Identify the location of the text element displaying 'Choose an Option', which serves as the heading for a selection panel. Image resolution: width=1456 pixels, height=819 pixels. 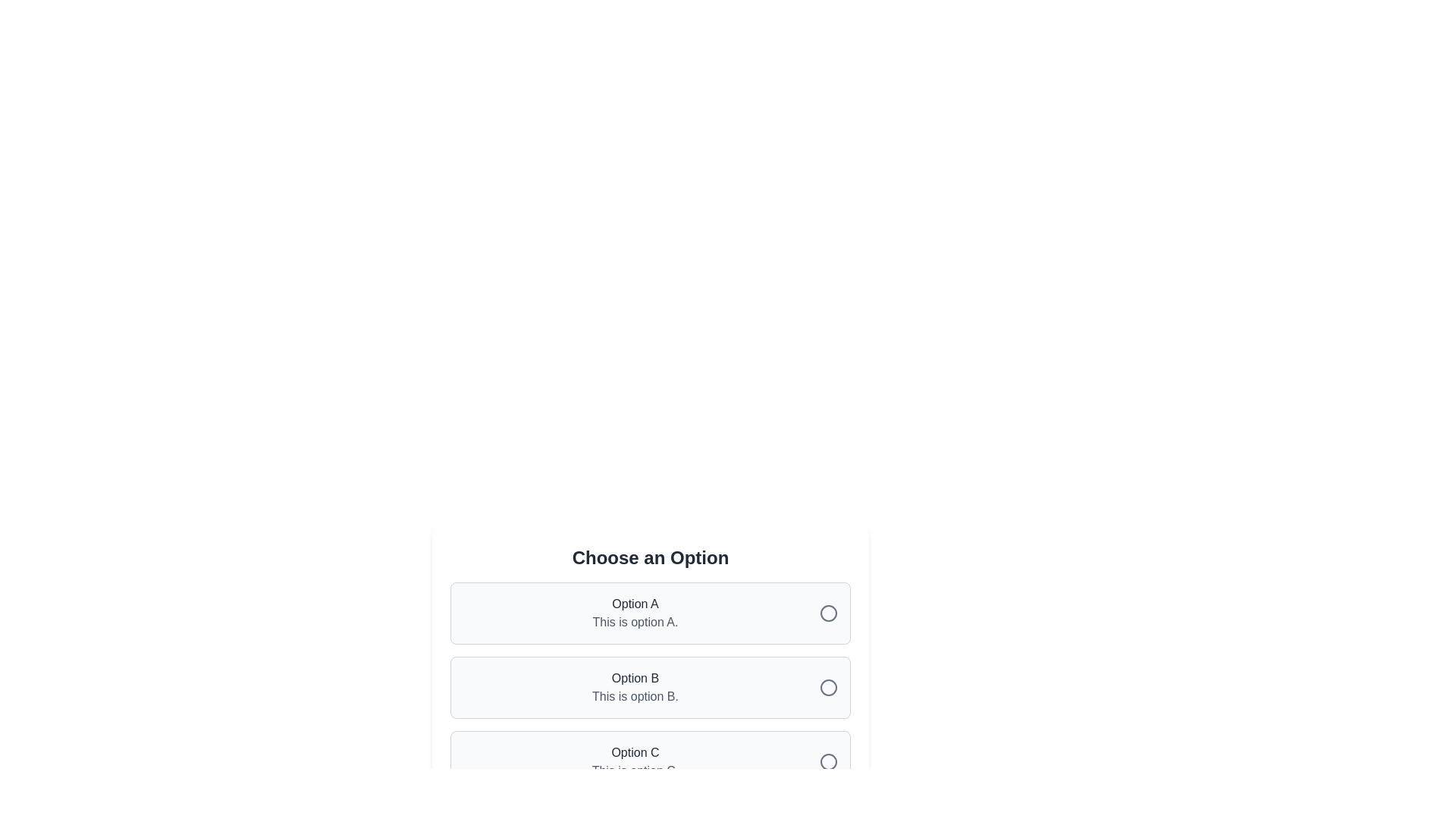
(651, 558).